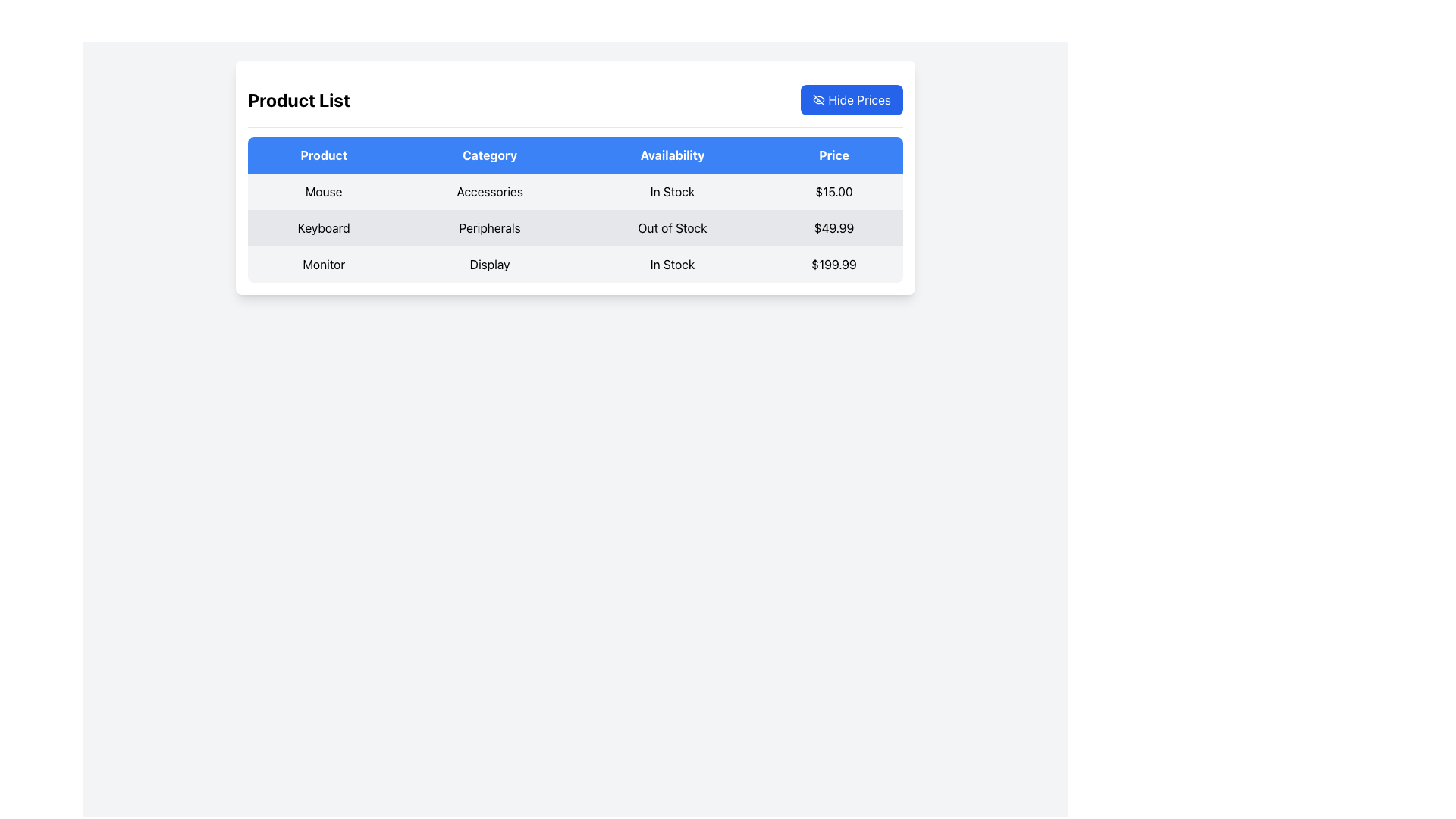 Image resolution: width=1456 pixels, height=819 pixels. Describe the element at coordinates (490, 155) in the screenshot. I see `the second tab in the horizontal tab bar, which is located between the 'Product' and 'Availability' tabs` at that location.